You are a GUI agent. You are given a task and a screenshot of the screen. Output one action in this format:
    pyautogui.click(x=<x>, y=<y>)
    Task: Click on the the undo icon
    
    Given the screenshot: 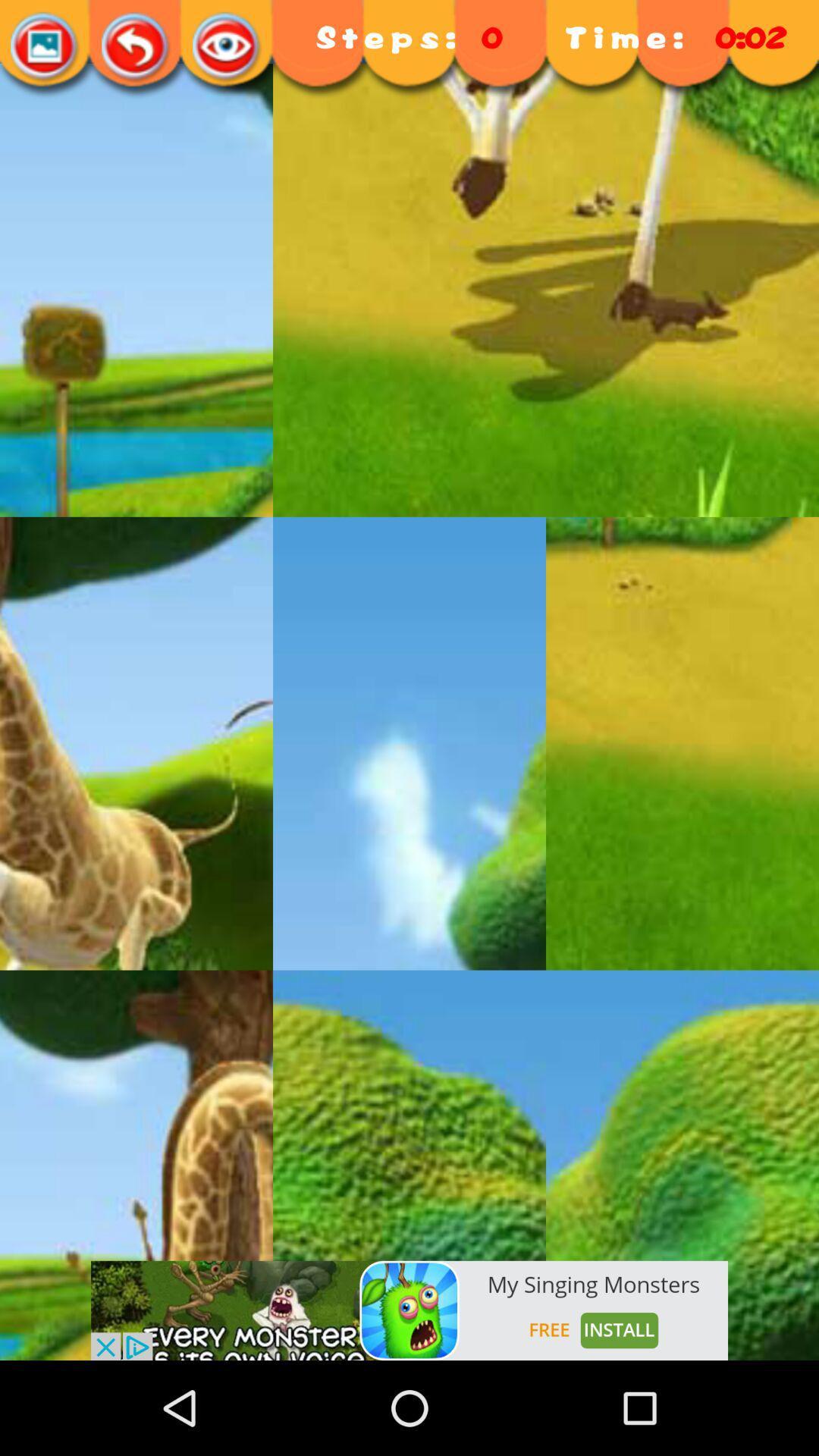 What is the action you would take?
    pyautogui.click(x=136, y=47)
    